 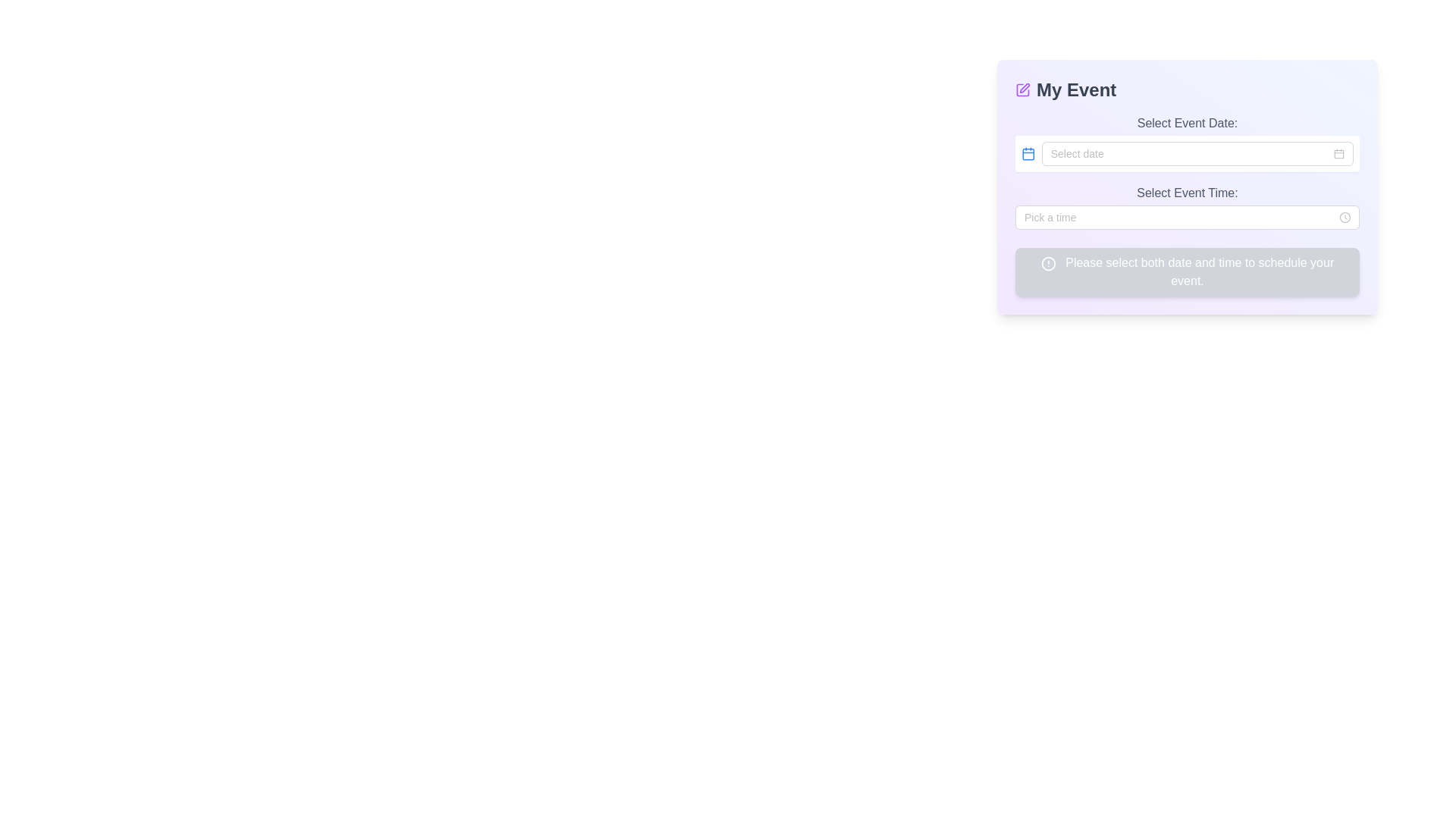 What do you see at coordinates (1197, 154) in the screenshot?
I see `the date picker input field labeled 'Select date' in the 'Select Event Date:' section of the 'My Event' form` at bounding box center [1197, 154].